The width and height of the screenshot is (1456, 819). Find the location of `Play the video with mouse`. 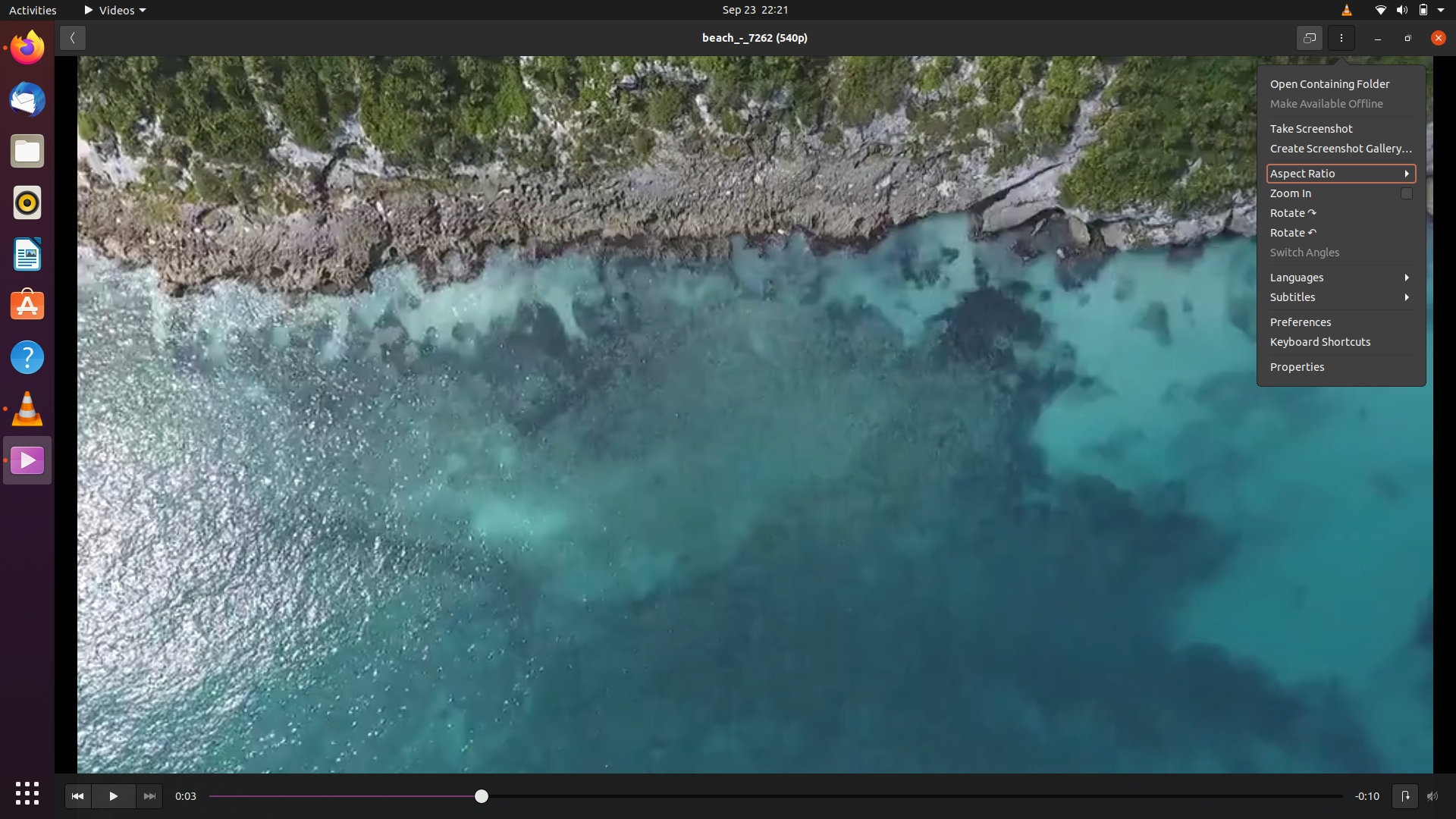

Play the video with mouse is located at coordinates (112, 795).